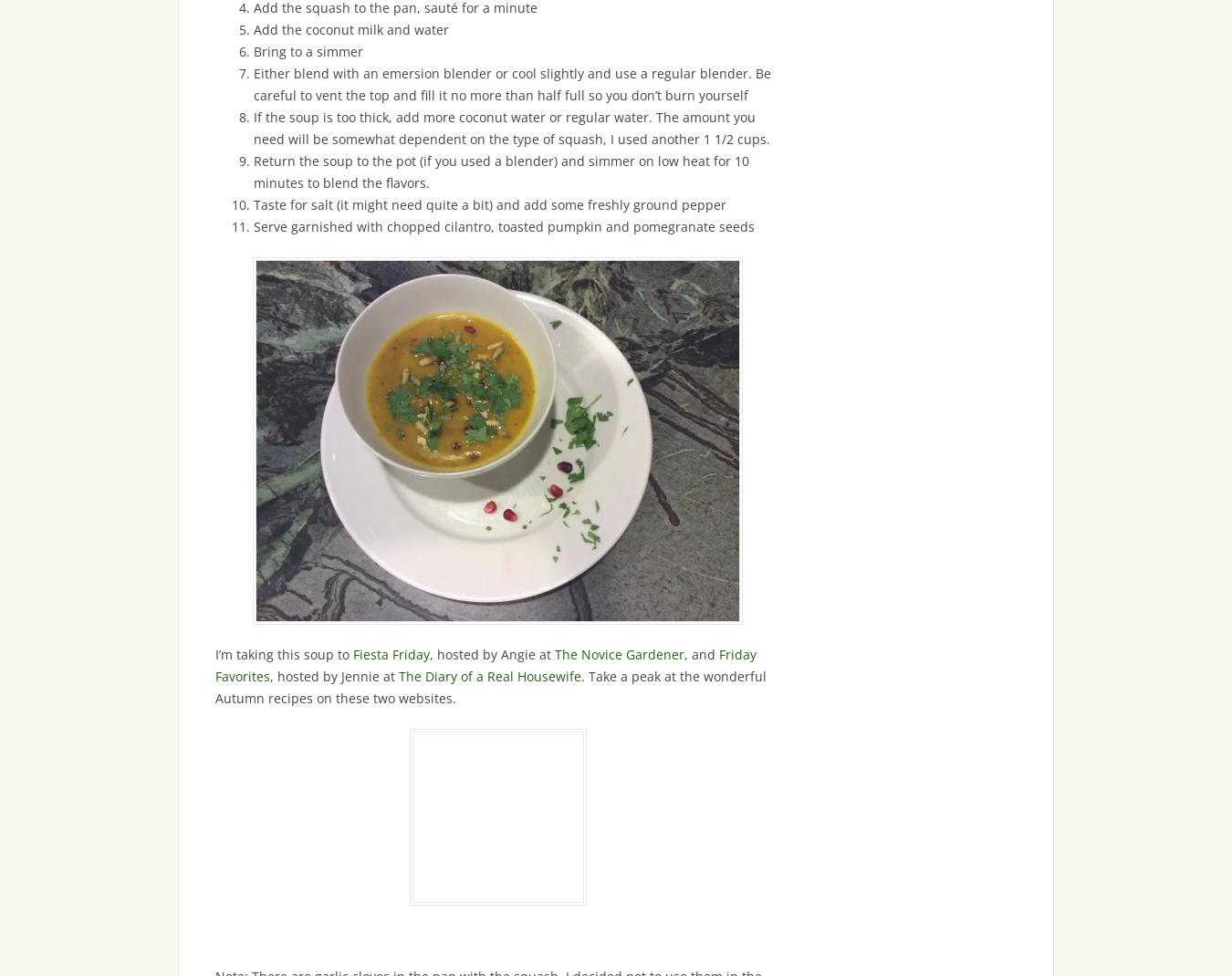 This screenshot has width=1232, height=976. I want to click on 'I’m taking this soup to', so click(283, 653).